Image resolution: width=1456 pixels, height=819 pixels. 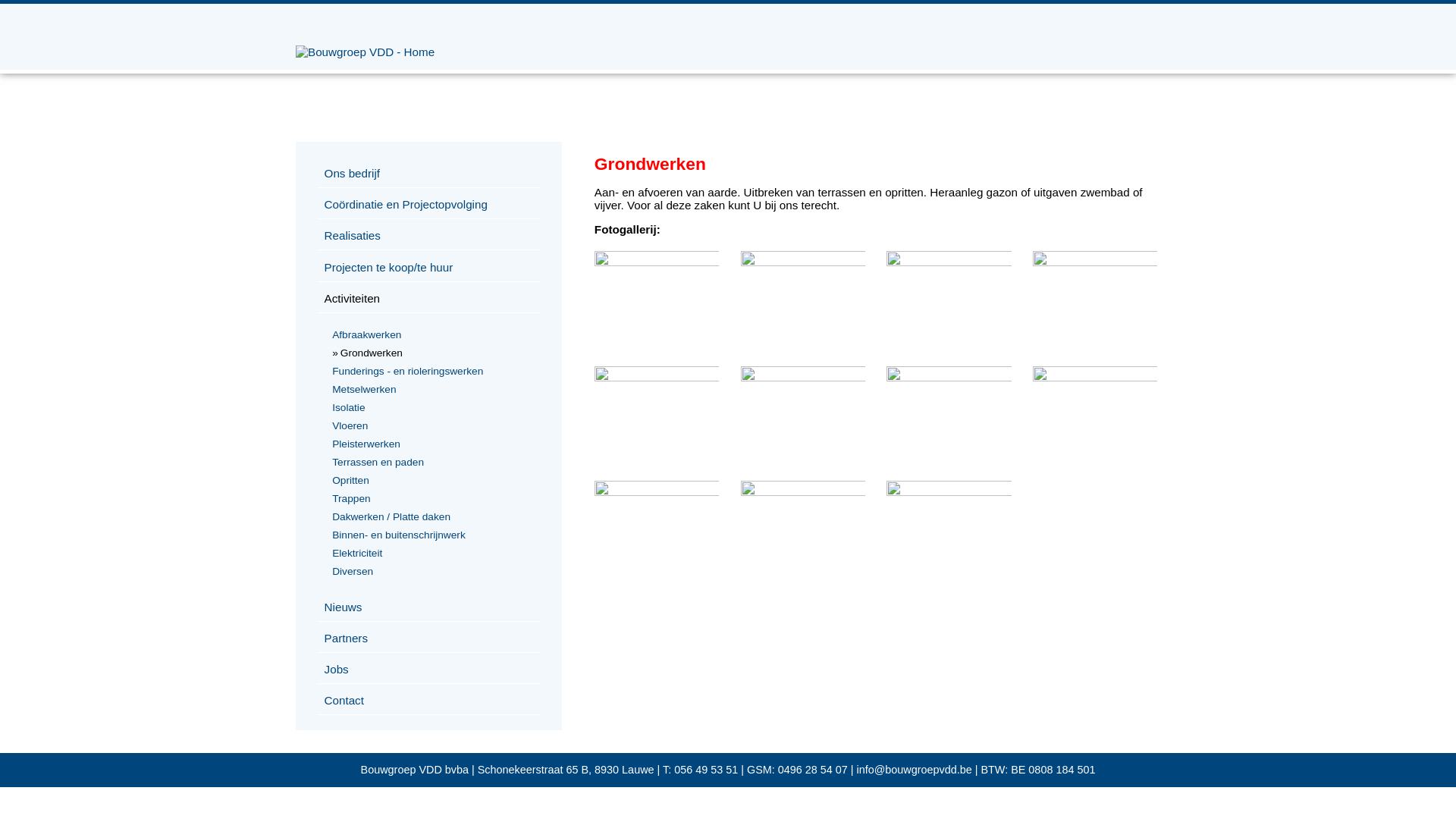 What do you see at coordinates (431, 534) in the screenshot?
I see `'Binnen- en buitenschrijnwerk'` at bounding box center [431, 534].